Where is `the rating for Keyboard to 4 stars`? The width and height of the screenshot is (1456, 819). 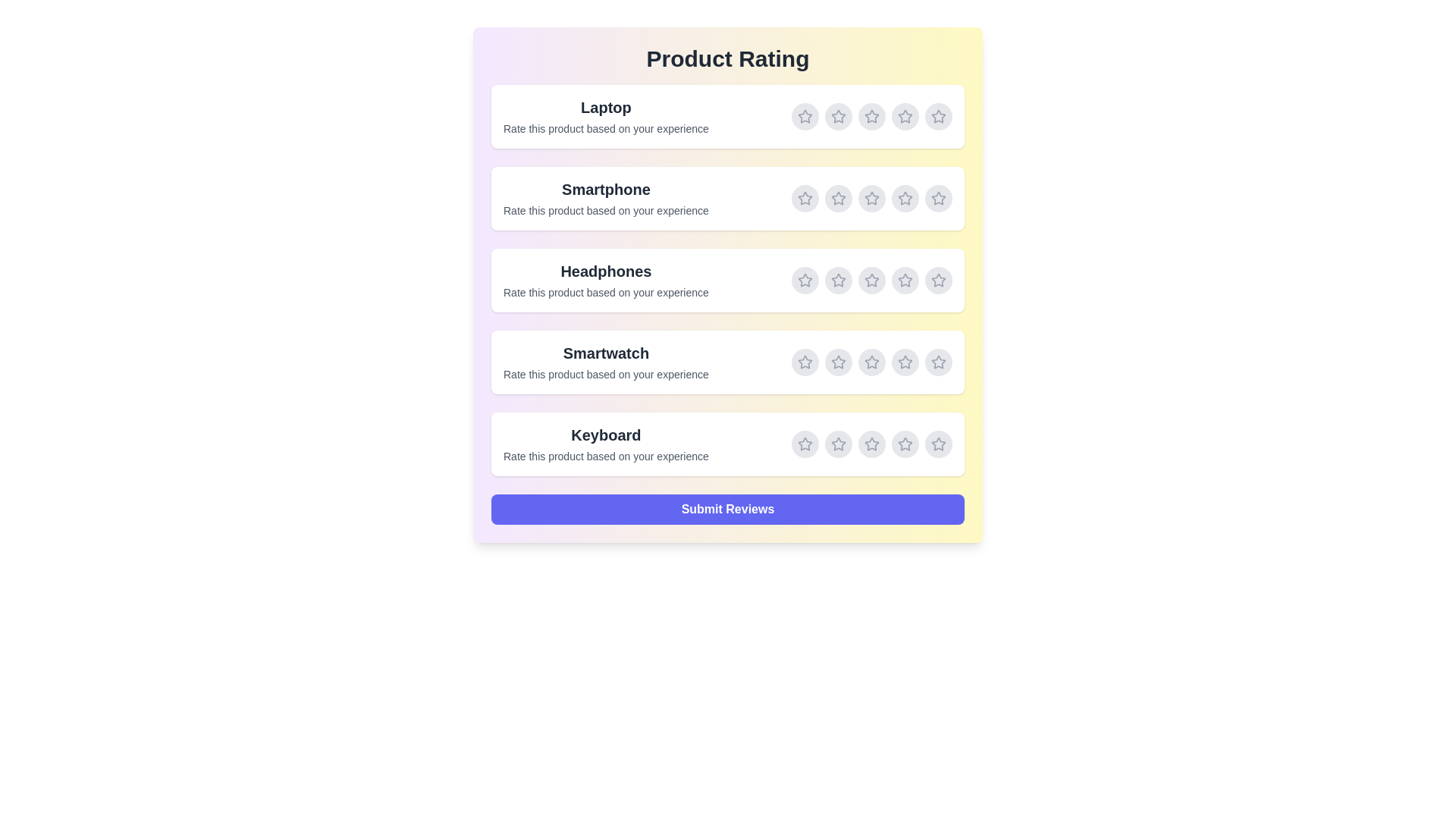
the rating for Keyboard to 4 stars is located at coordinates (905, 444).